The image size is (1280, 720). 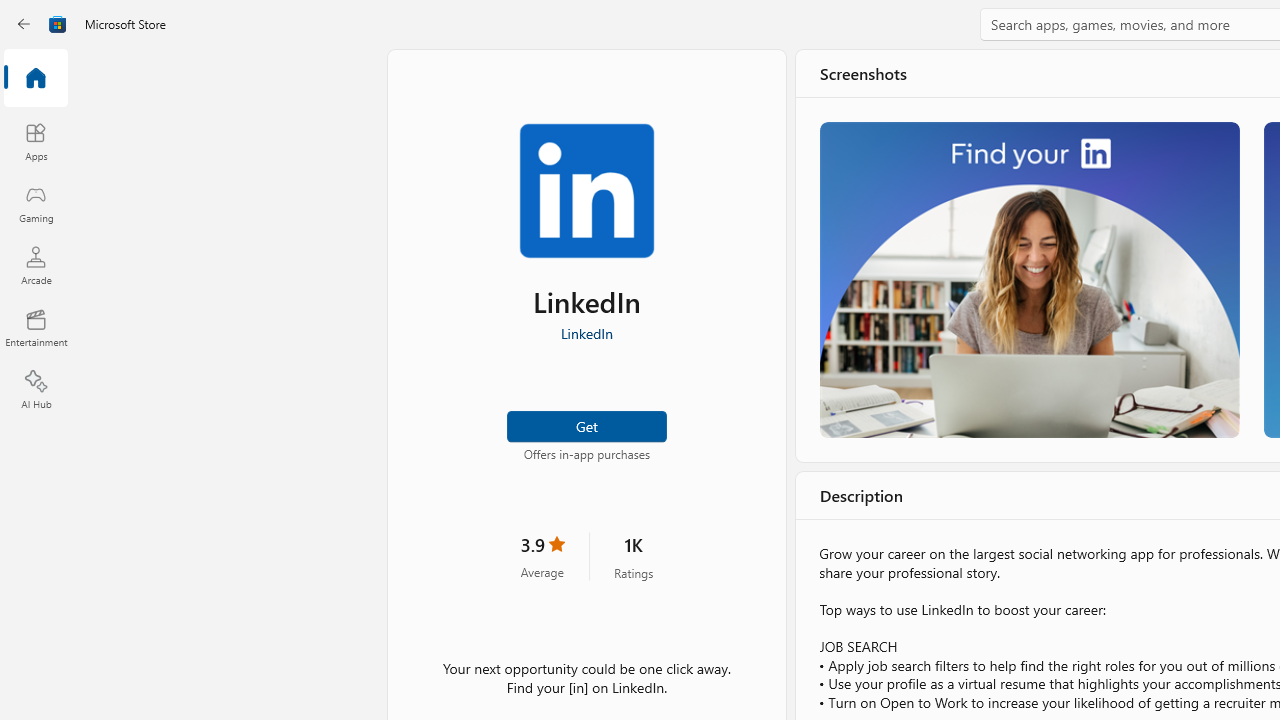 I want to click on 'Entertainment', so click(x=35, y=326).